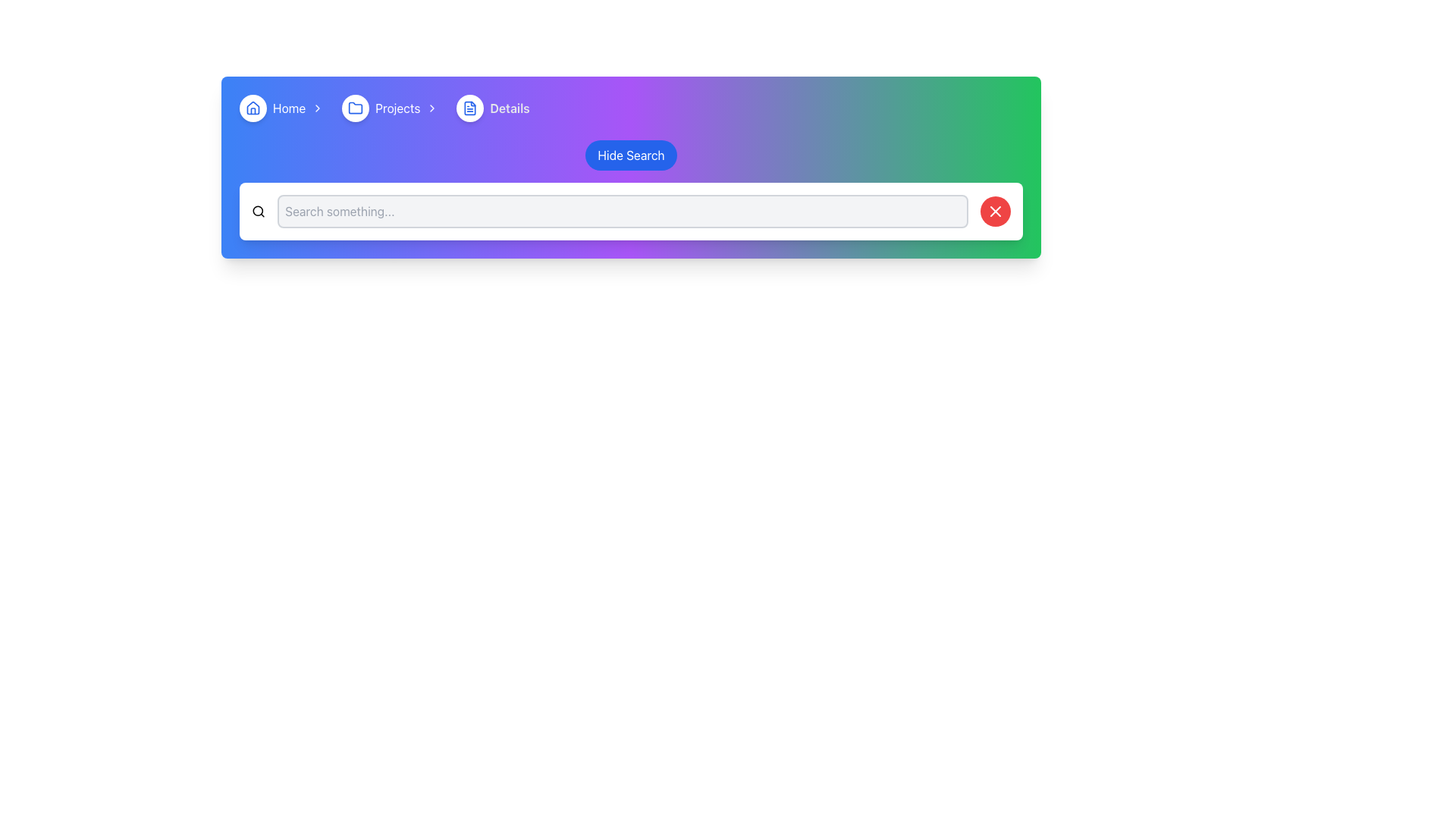 This screenshot has height=819, width=1456. Describe the element at coordinates (493, 107) in the screenshot. I see `the 'Details' breadcrumb link` at that location.